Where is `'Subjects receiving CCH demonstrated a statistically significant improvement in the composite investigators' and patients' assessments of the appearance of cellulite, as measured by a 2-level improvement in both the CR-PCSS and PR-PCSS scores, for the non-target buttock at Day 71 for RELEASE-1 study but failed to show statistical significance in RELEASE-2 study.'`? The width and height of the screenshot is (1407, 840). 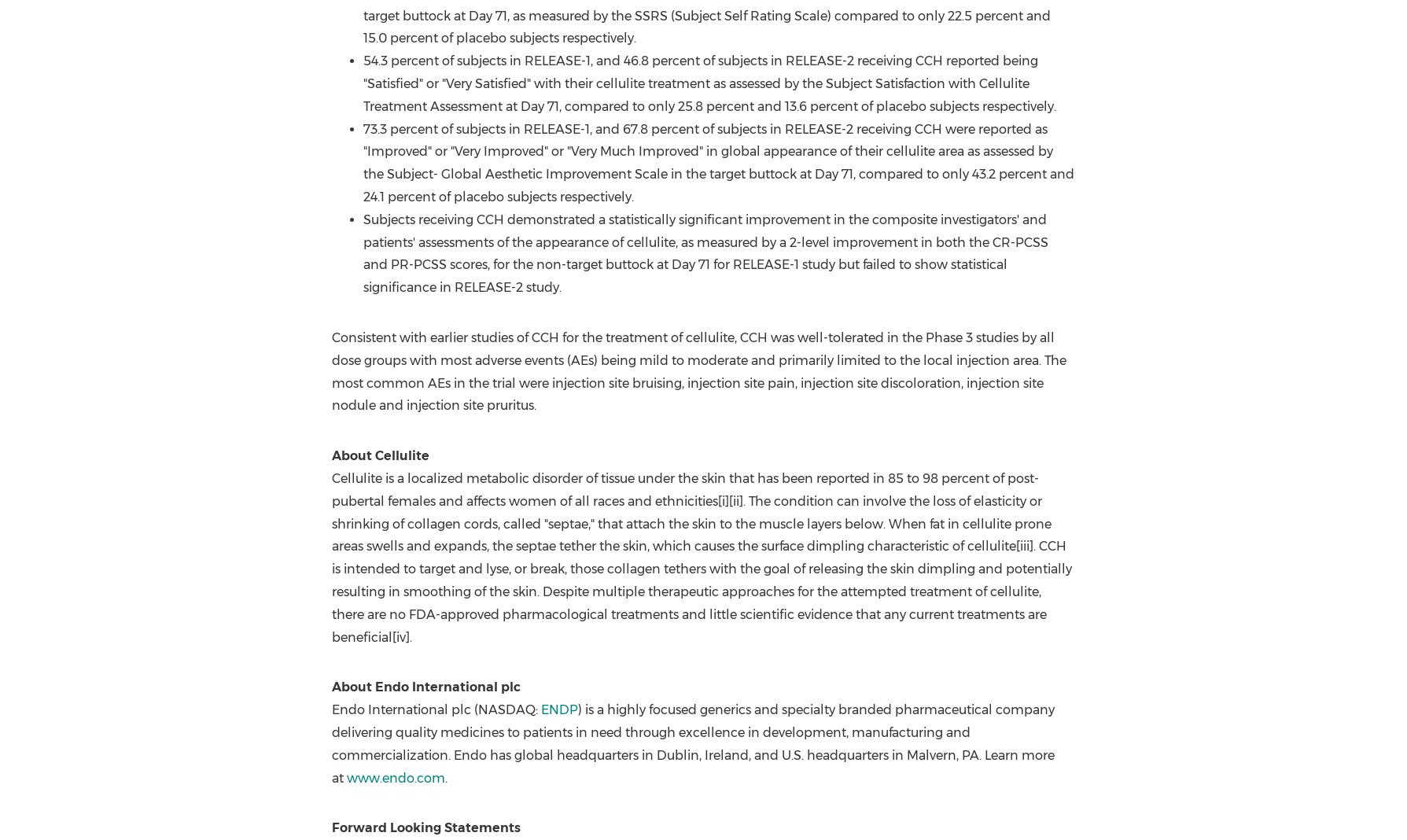
'Subjects receiving CCH demonstrated a statistically significant improvement in the composite investigators' and patients' assessments of the appearance of cellulite, as measured by a 2-level improvement in both the CR-PCSS and PR-PCSS scores, for the non-target buttock at Day 71 for RELEASE-1 study but failed to show statistical significance in RELEASE-2 study.' is located at coordinates (705, 252).